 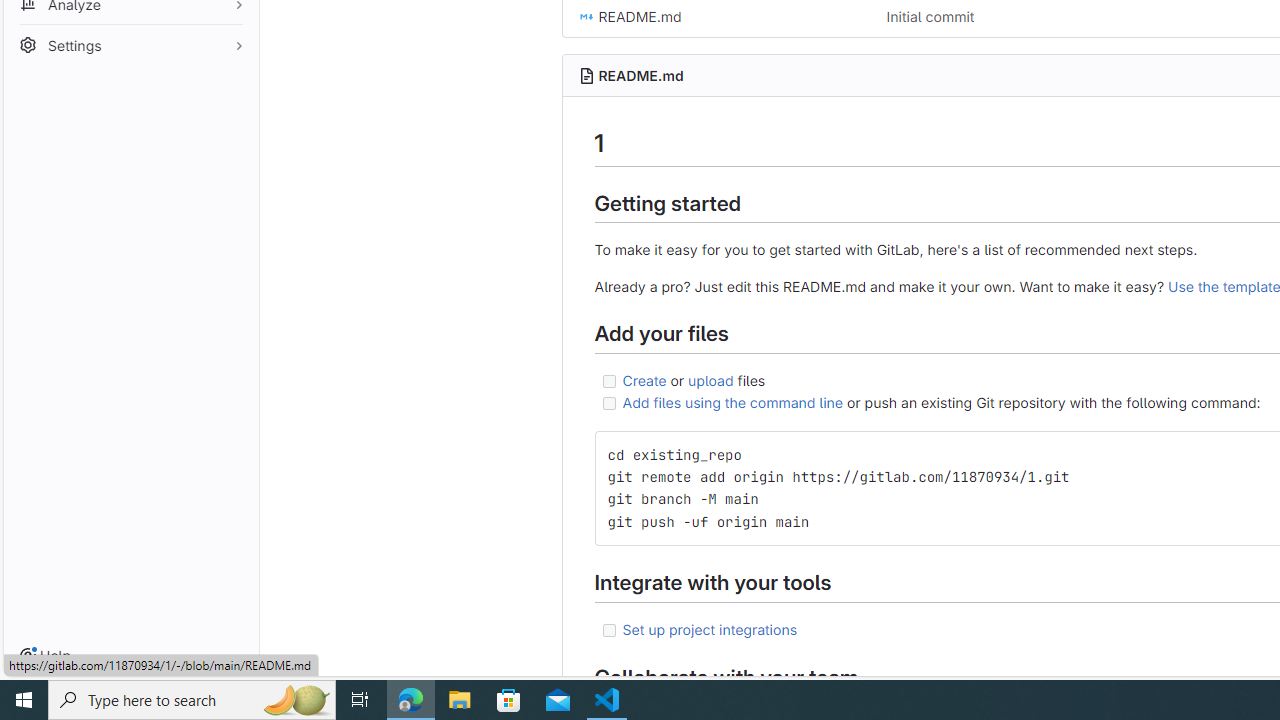 I want to click on 'Initial commit', so click(x=929, y=16).